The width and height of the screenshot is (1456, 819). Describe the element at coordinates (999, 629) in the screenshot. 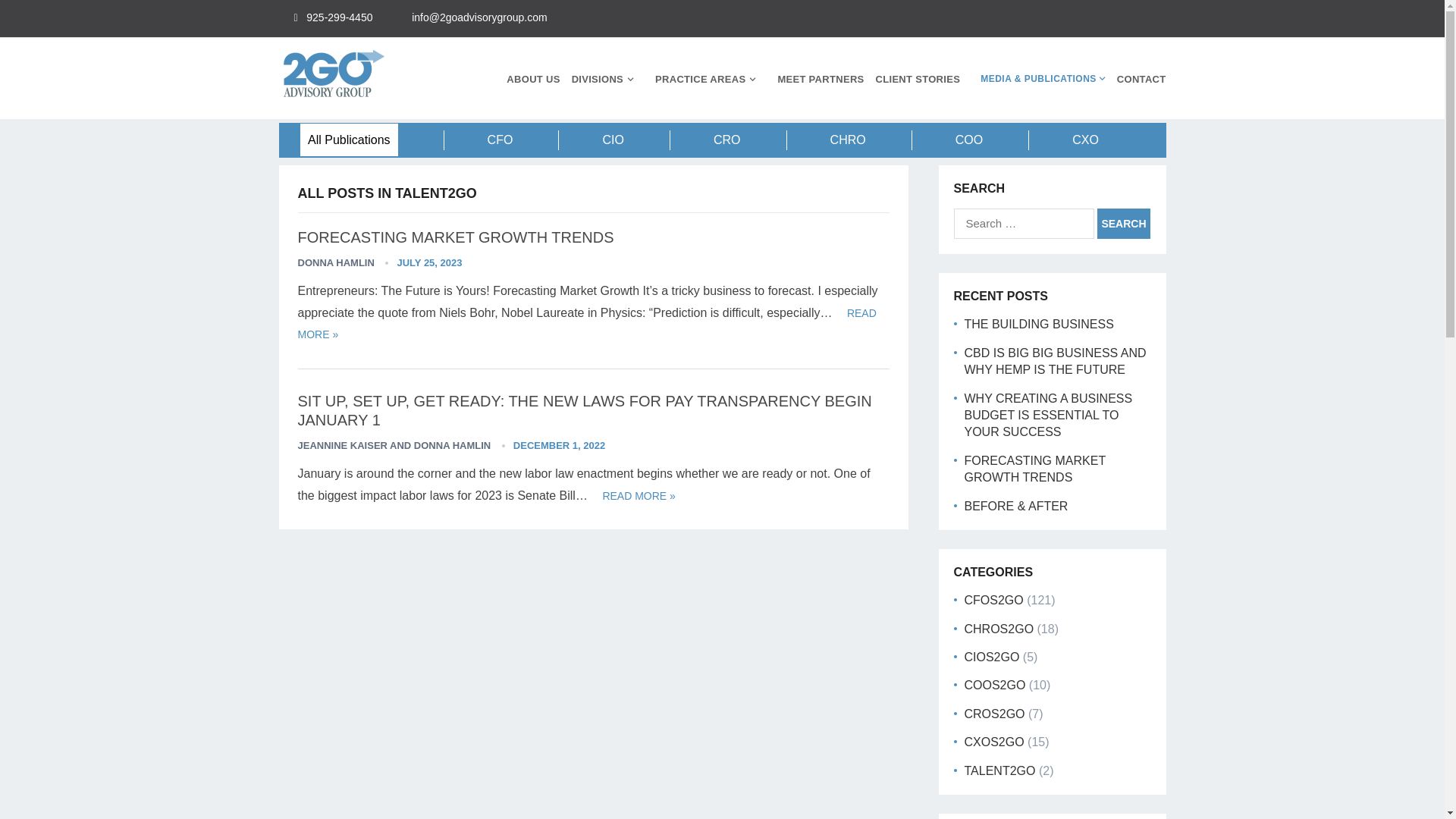

I see `'CHROS2GO'` at that location.